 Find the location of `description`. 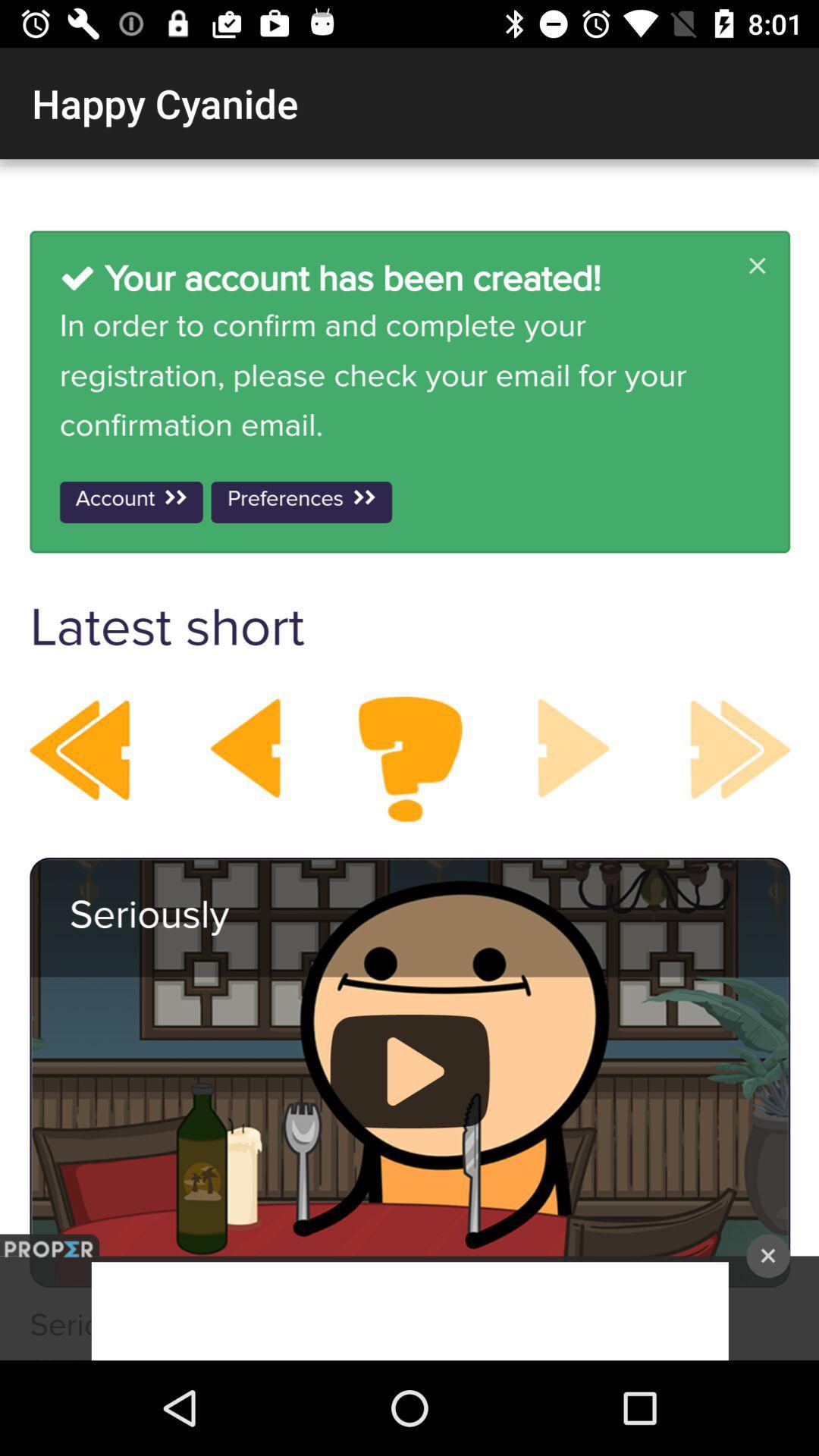

description is located at coordinates (409, 760).